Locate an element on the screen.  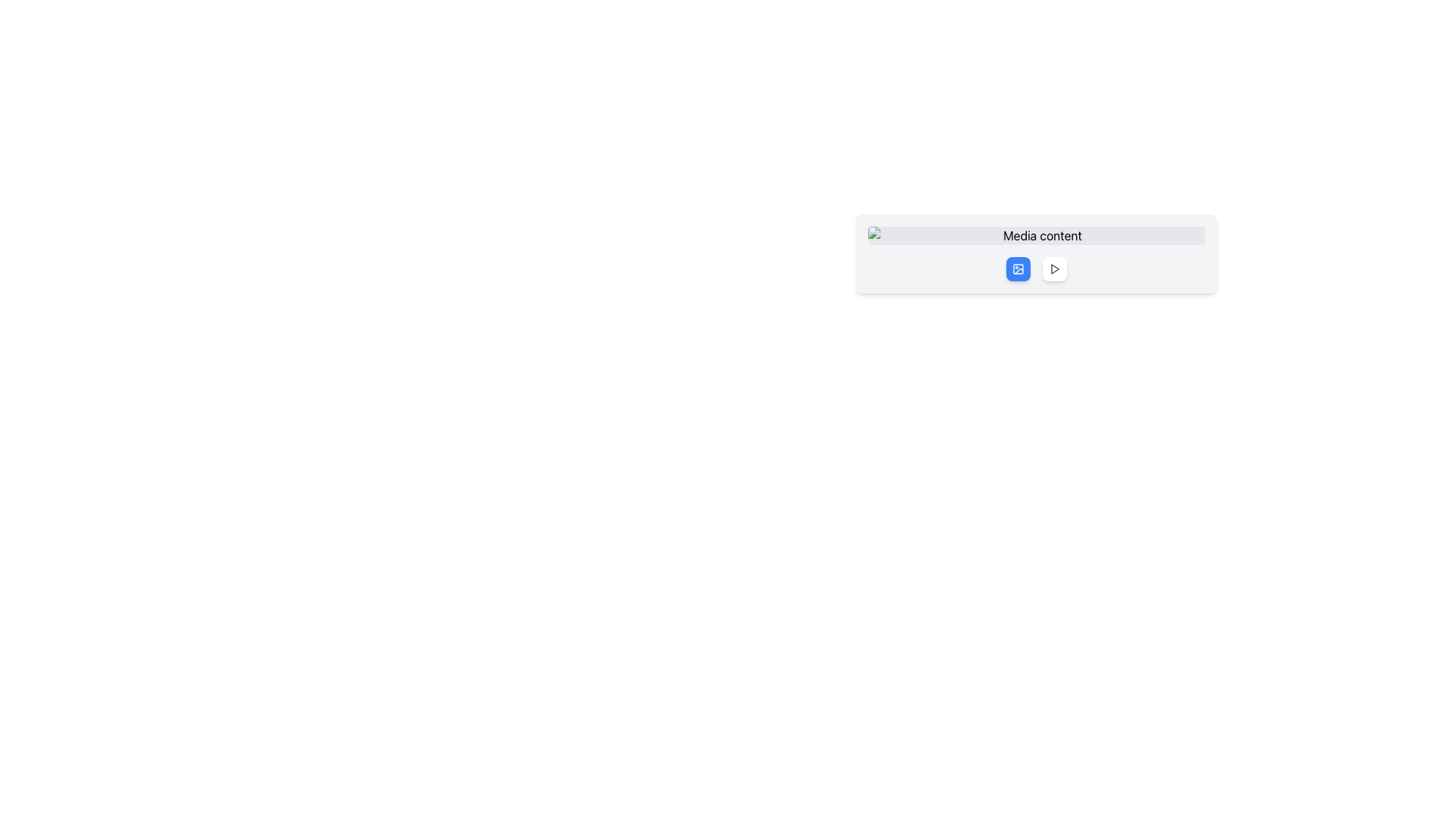
the blue circular button with a framed image icon, which is the first in the horizontal layout of buttons is located at coordinates (1018, 268).